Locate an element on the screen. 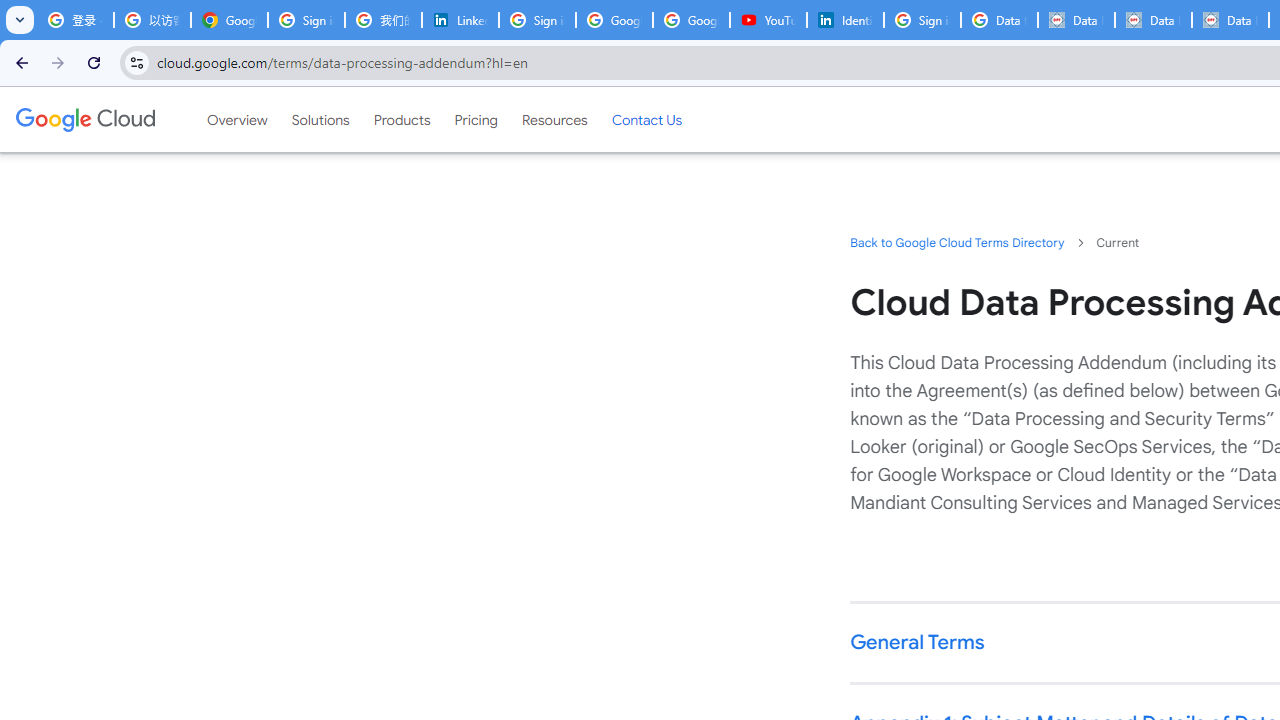 The width and height of the screenshot is (1280, 720). 'Back to Google Cloud Terms Directory' is located at coordinates (956, 241).